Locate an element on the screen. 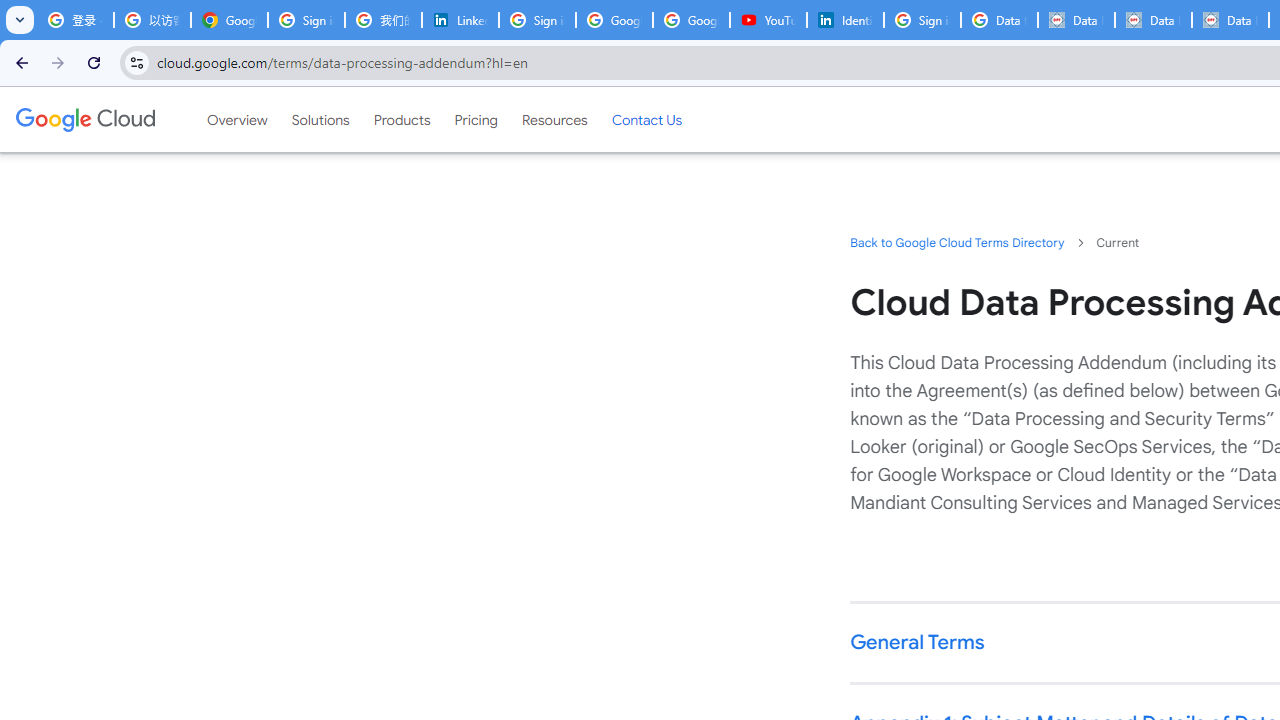 The width and height of the screenshot is (1280, 720). 'Back to Google Cloud Terms Directory' is located at coordinates (956, 241).